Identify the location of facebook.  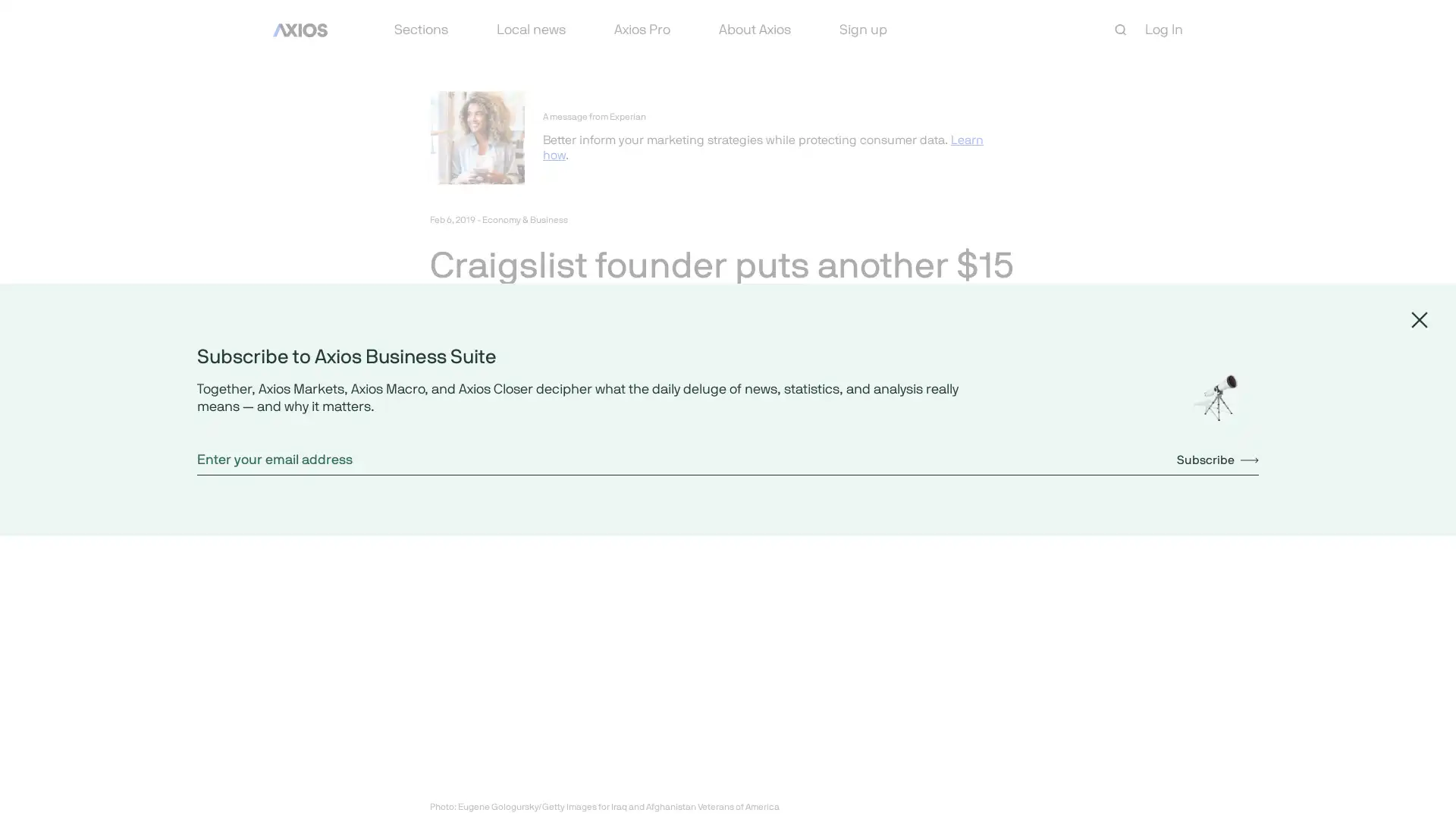
(440, 412).